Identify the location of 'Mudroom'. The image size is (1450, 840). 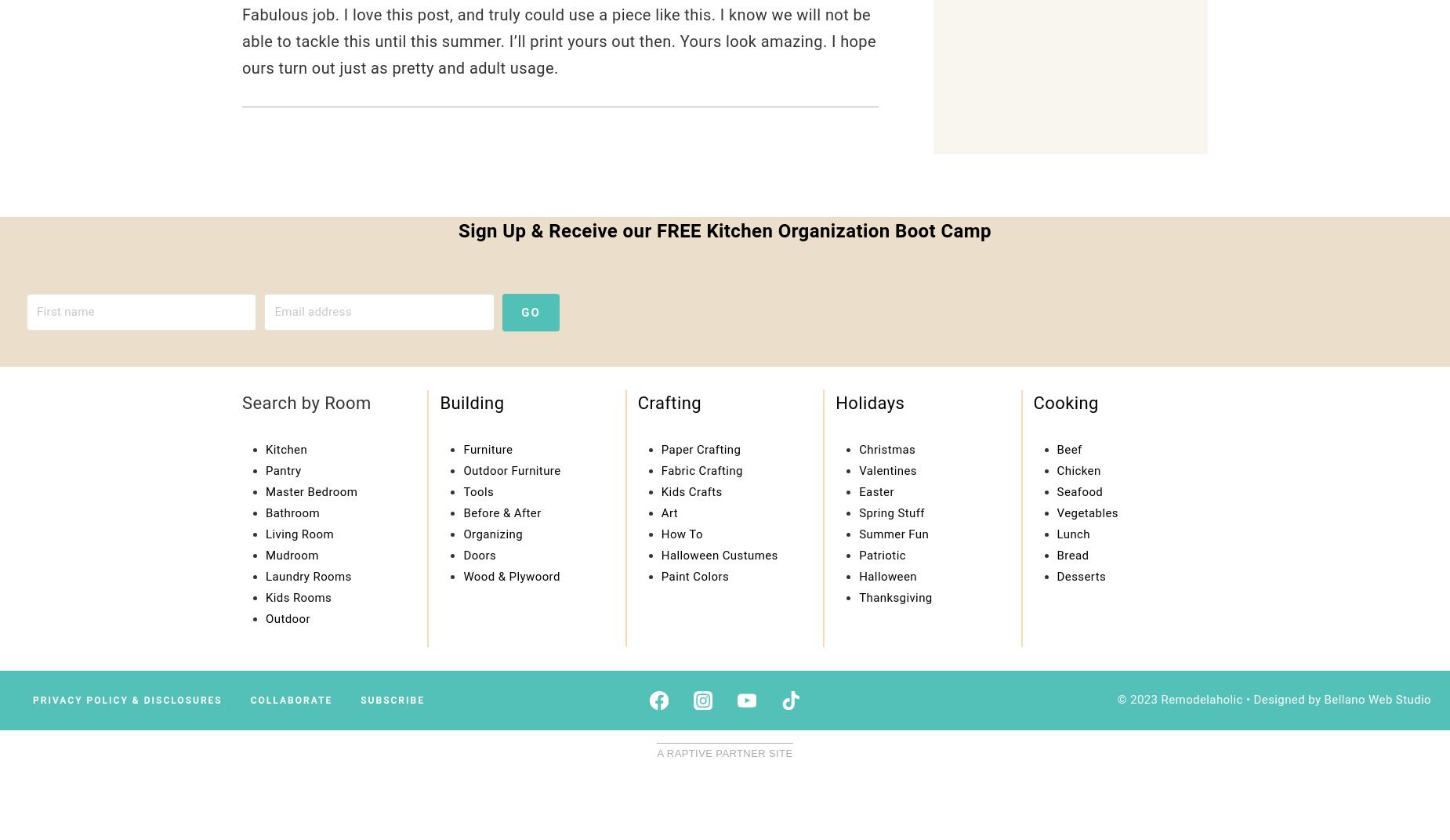
(291, 553).